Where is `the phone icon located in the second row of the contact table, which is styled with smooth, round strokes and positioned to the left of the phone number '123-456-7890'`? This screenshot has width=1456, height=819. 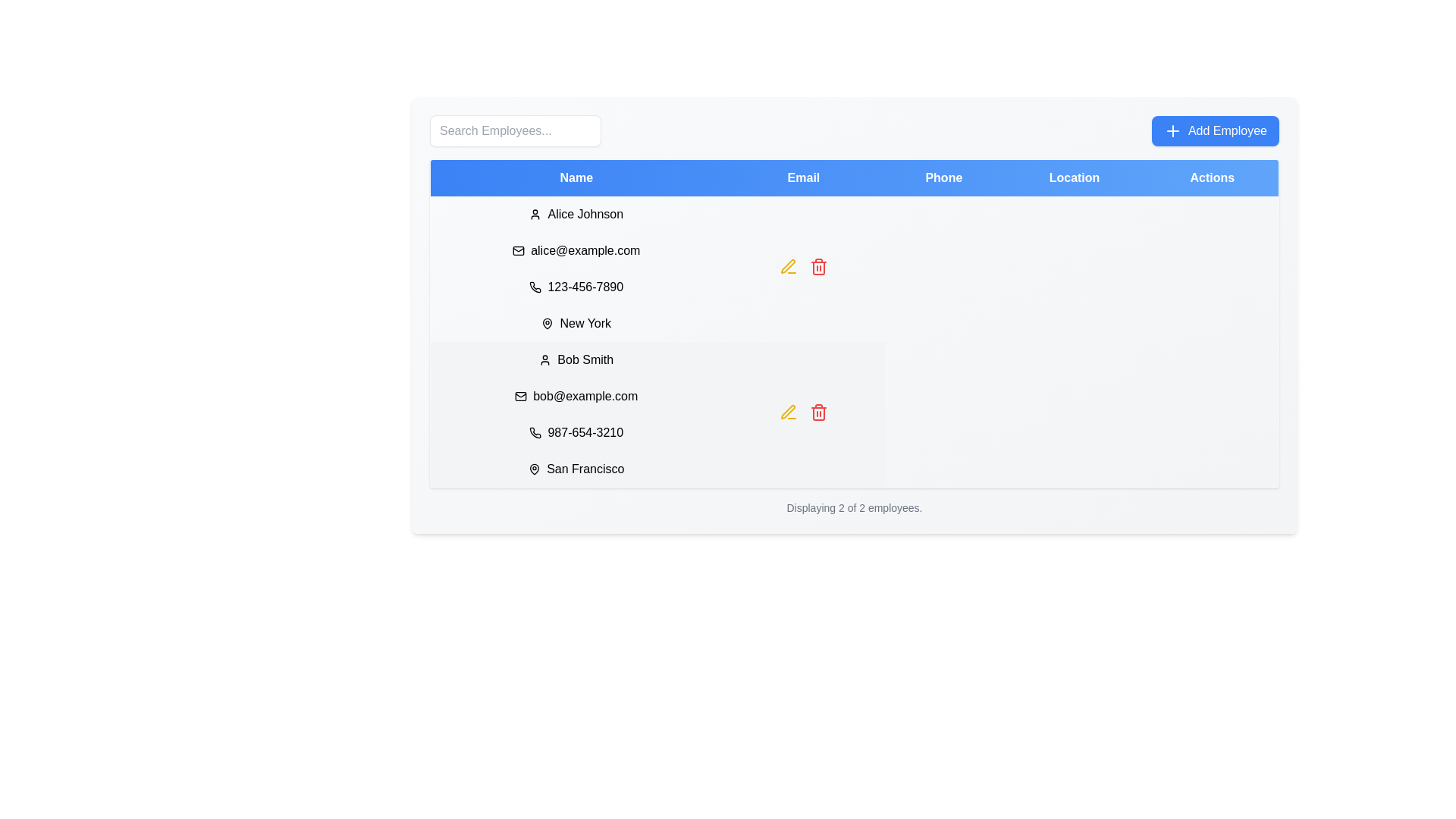
the phone icon located in the second row of the contact table, which is styled with smooth, round strokes and positioned to the left of the phone number '123-456-7890' is located at coordinates (535, 287).